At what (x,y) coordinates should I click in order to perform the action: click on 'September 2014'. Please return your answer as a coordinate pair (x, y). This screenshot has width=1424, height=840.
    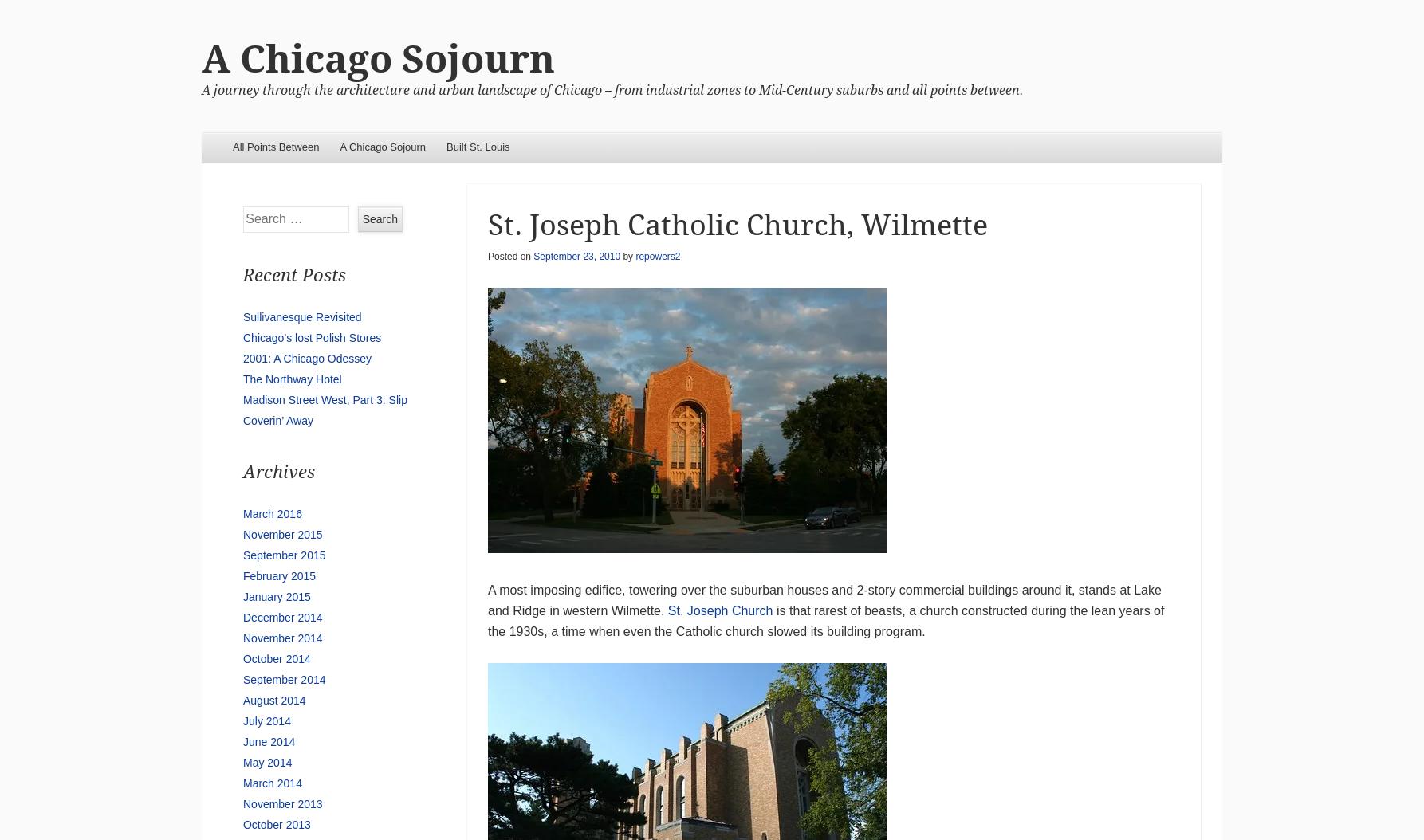
    Looking at the image, I should click on (283, 678).